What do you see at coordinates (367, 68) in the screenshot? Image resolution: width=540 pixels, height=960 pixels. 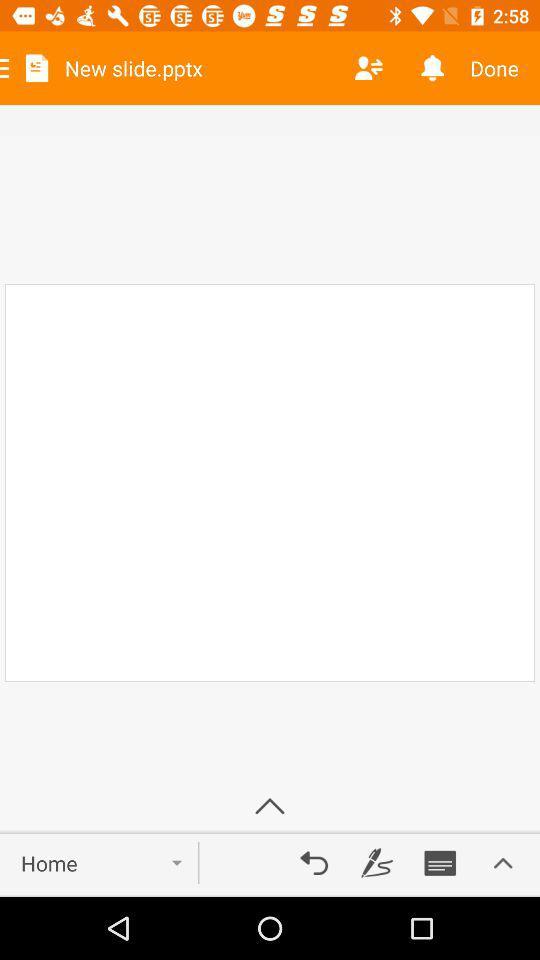 I see `item to the right of the new slide.pptx item` at bounding box center [367, 68].